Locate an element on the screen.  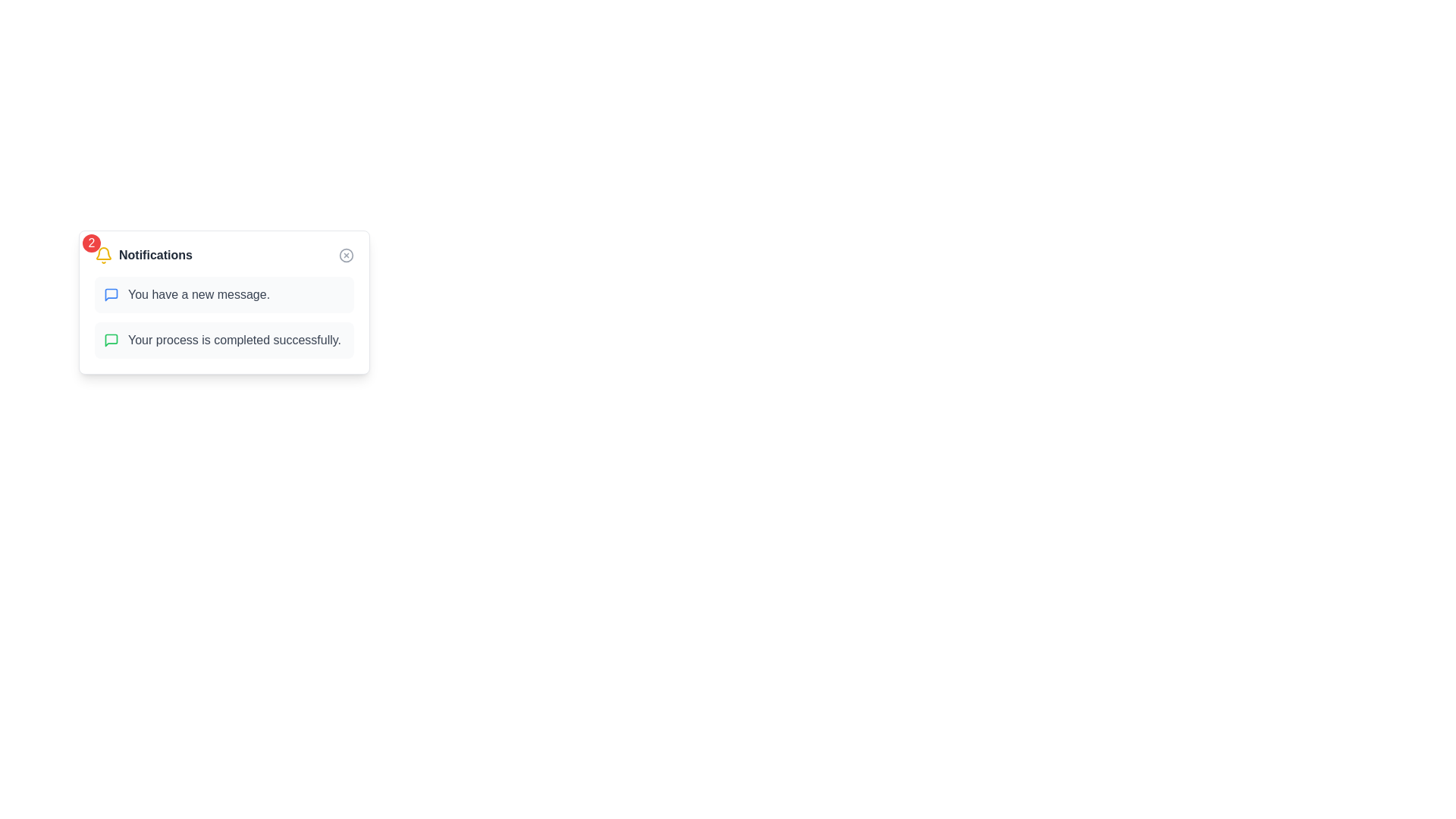
the text label displaying the notification message is located at coordinates (198, 295).